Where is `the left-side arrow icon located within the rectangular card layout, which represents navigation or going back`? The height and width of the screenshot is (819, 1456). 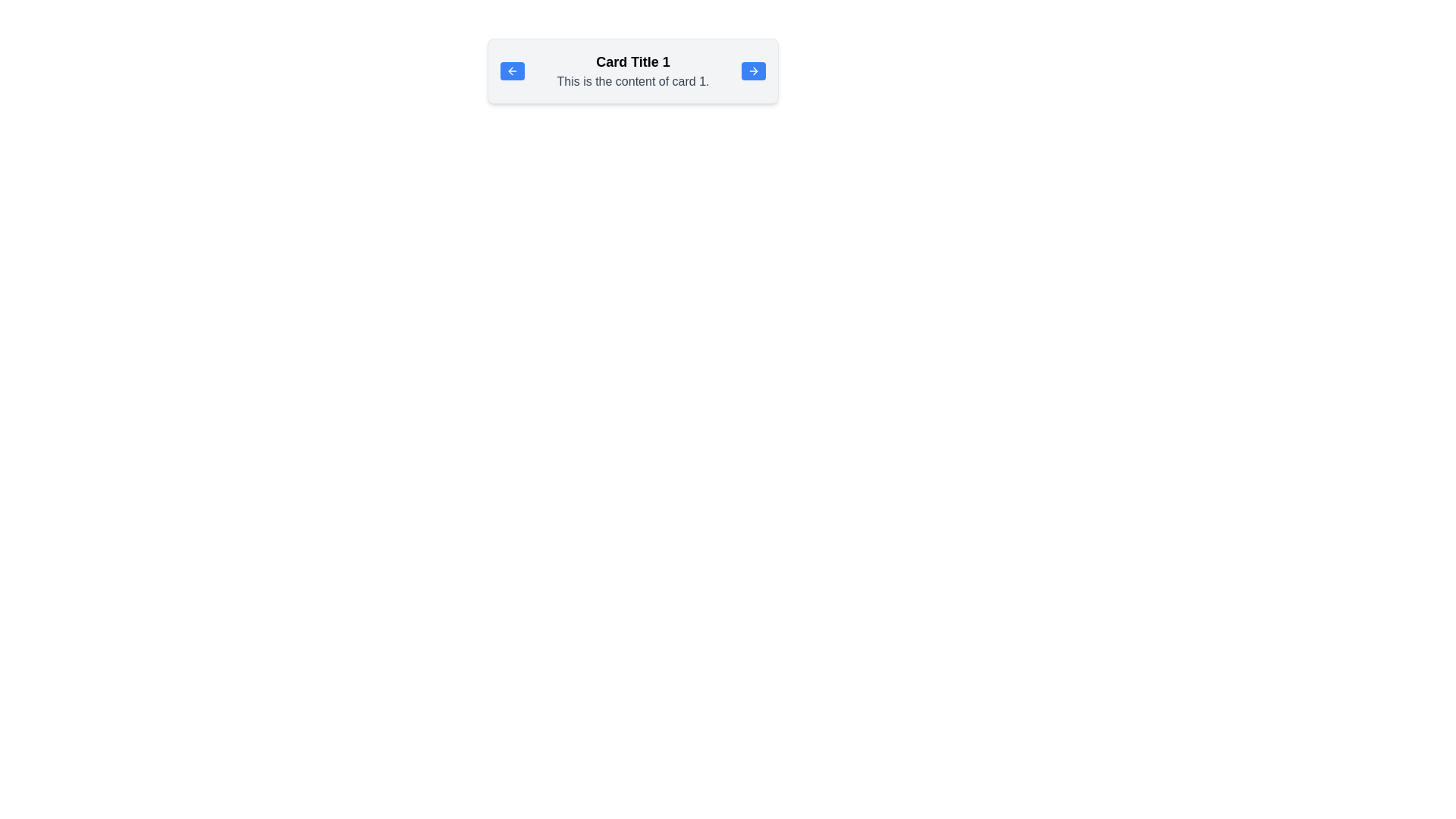 the left-side arrow icon located within the rectangular card layout, which represents navigation or going back is located at coordinates (510, 71).